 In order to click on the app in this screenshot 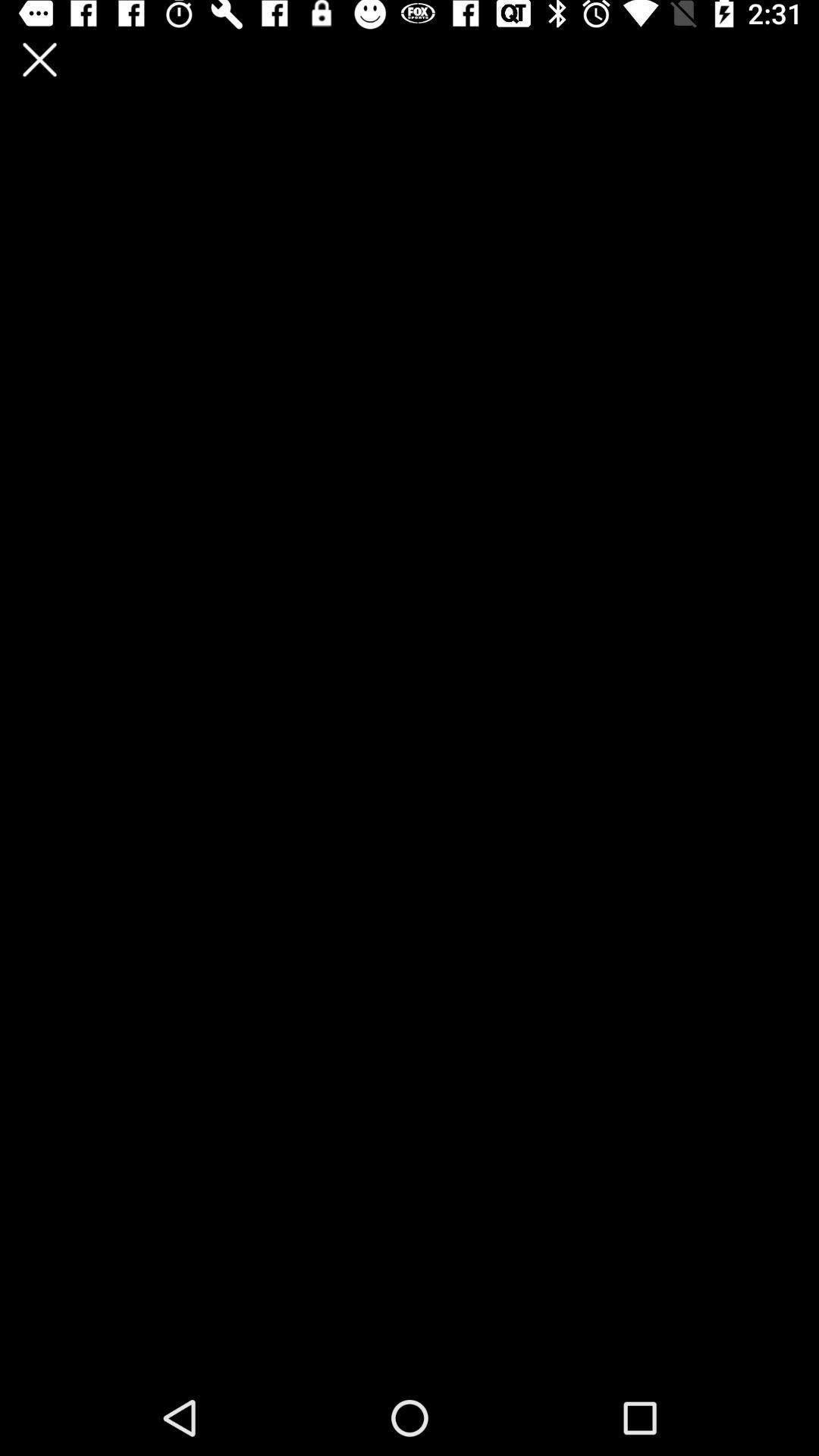, I will do `click(39, 59)`.